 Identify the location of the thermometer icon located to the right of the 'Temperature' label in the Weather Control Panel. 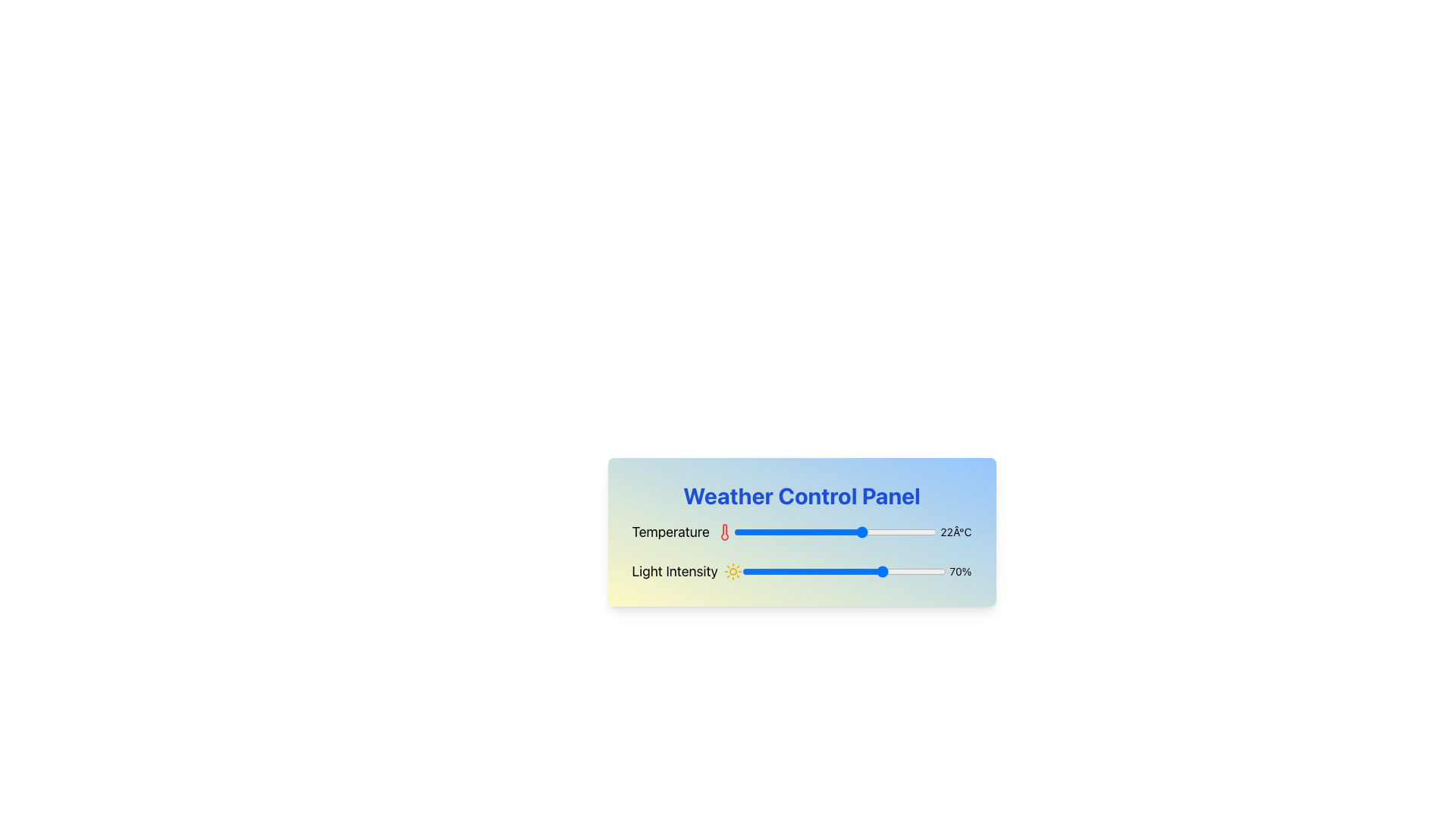
(723, 532).